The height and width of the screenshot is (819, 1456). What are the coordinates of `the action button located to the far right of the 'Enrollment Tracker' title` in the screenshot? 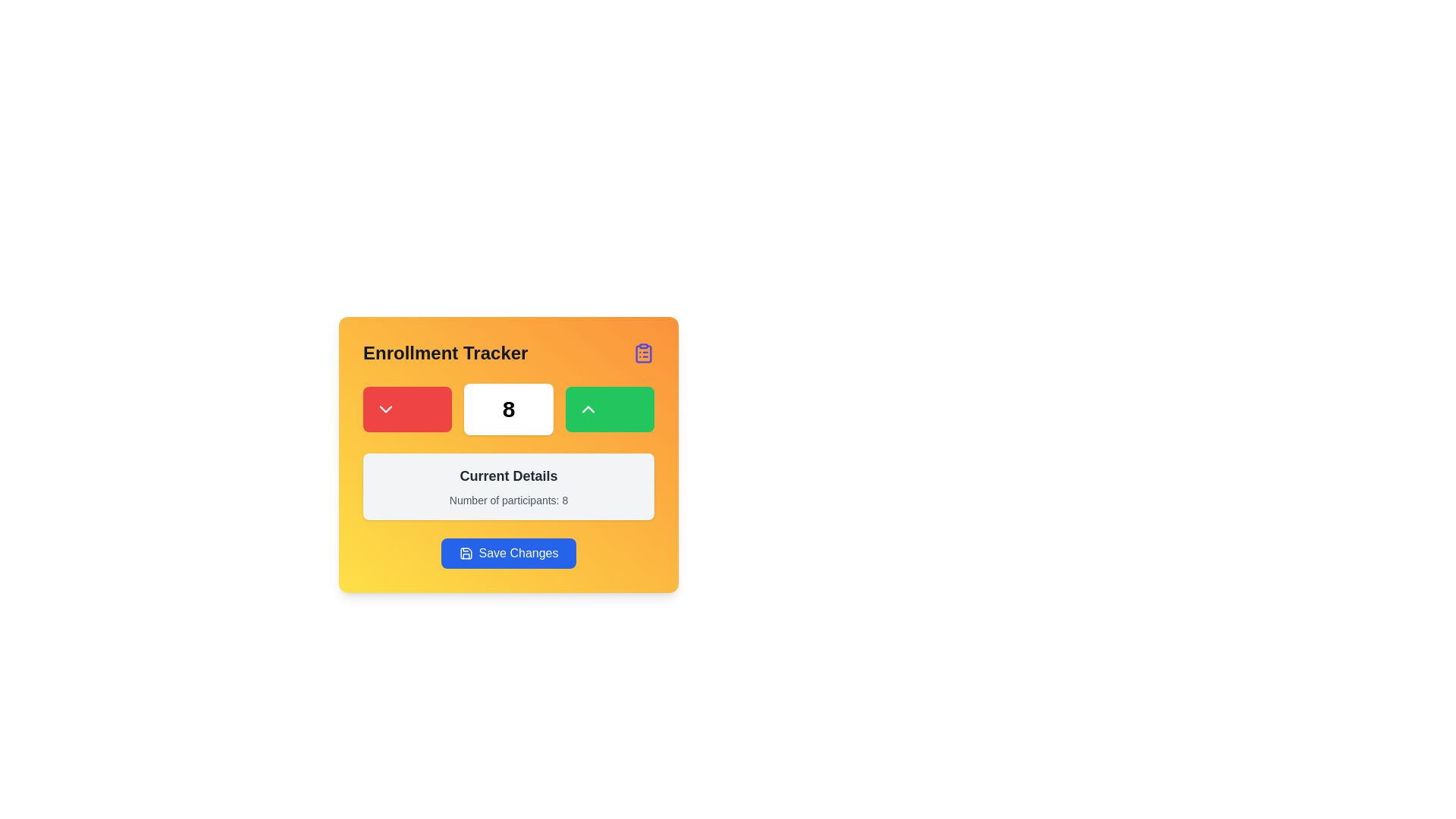 It's located at (644, 353).